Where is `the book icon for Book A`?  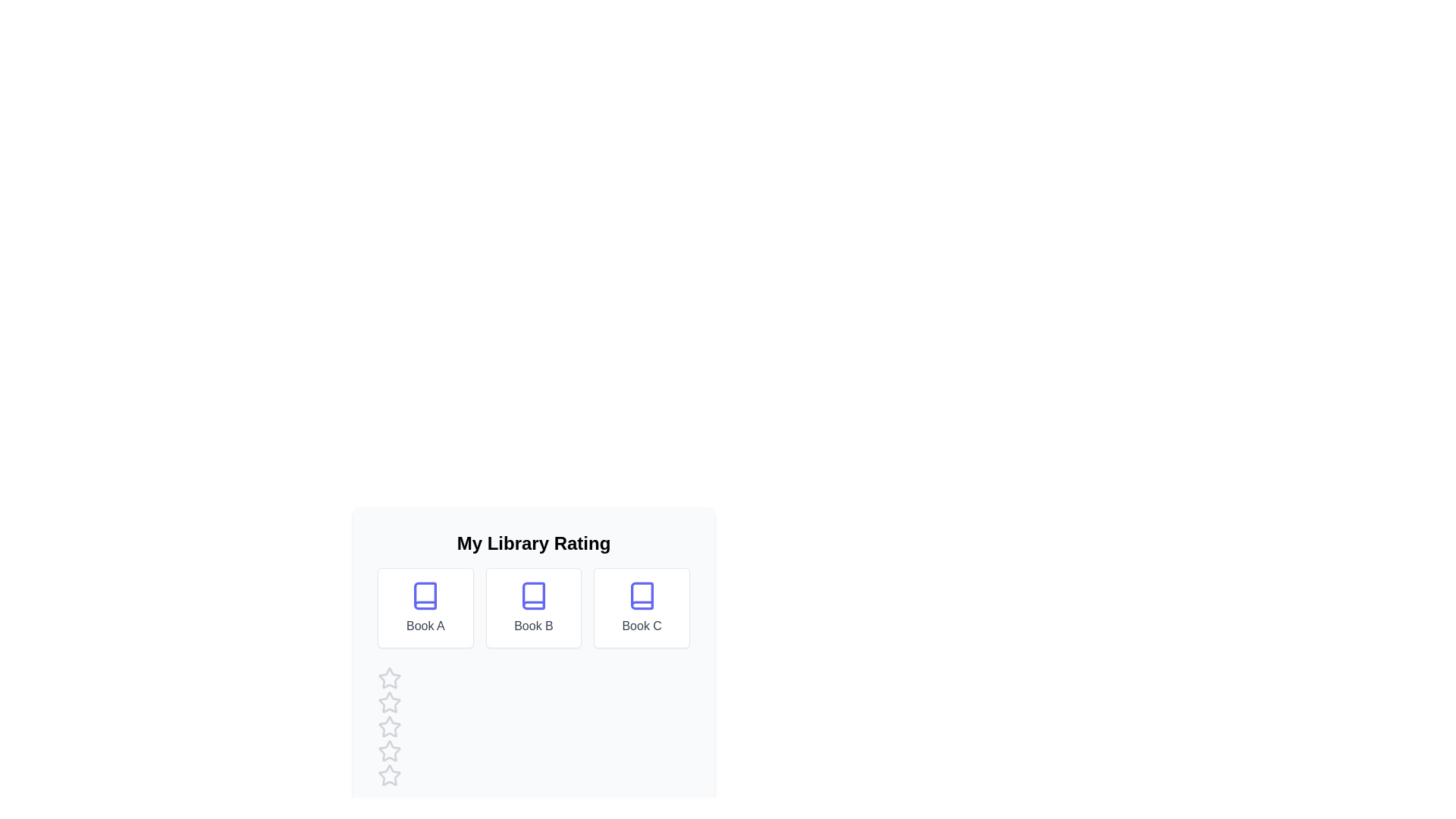 the book icon for Book A is located at coordinates (425, 595).